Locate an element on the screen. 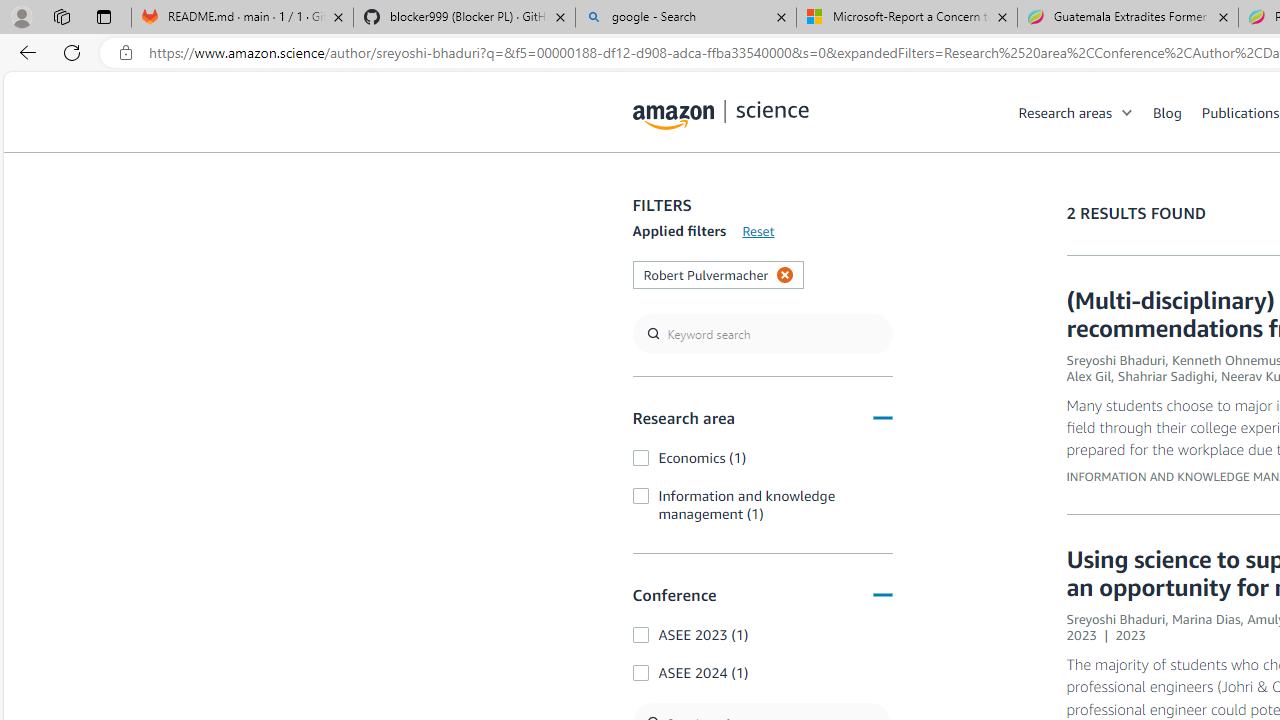 The width and height of the screenshot is (1280, 720). 'Class: chevron' is located at coordinates (1128, 117).